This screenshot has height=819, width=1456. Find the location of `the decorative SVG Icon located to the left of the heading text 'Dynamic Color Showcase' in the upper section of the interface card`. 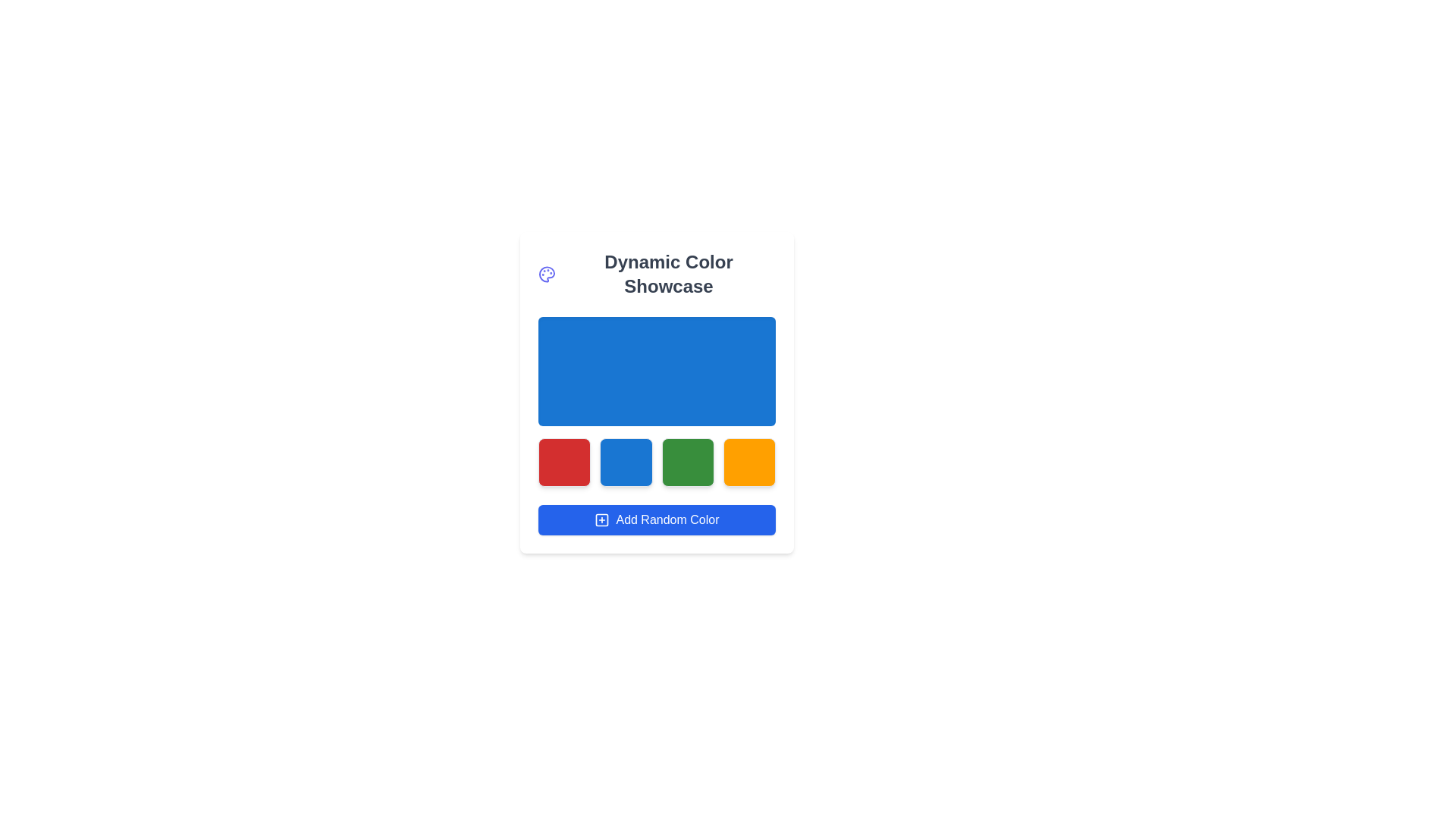

the decorative SVG Icon located to the left of the heading text 'Dynamic Color Showcase' in the upper section of the interface card is located at coordinates (546, 275).